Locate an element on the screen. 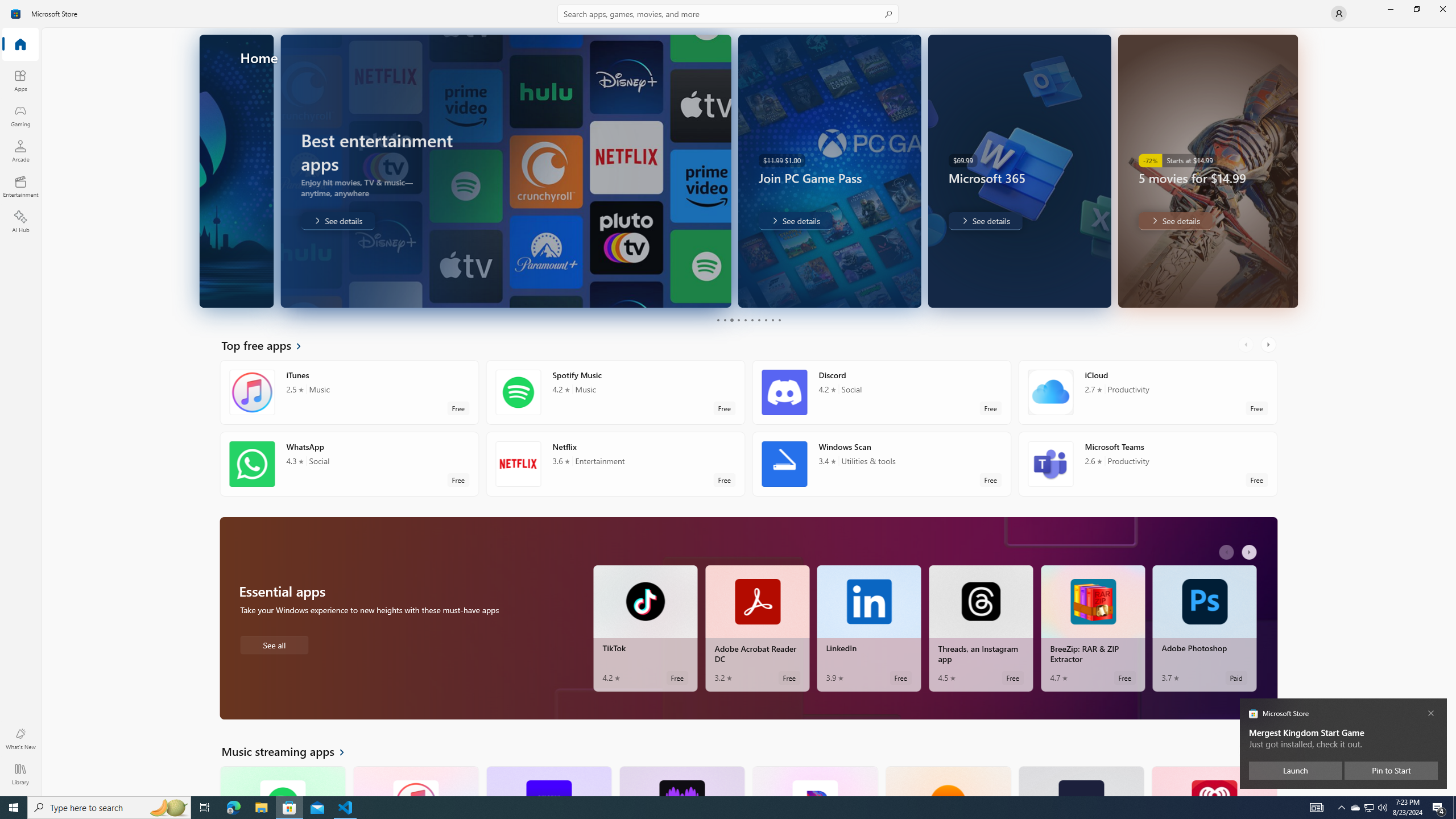 The width and height of the screenshot is (1456, 819). 'Entertainment' is located at coordinates (19, 185).